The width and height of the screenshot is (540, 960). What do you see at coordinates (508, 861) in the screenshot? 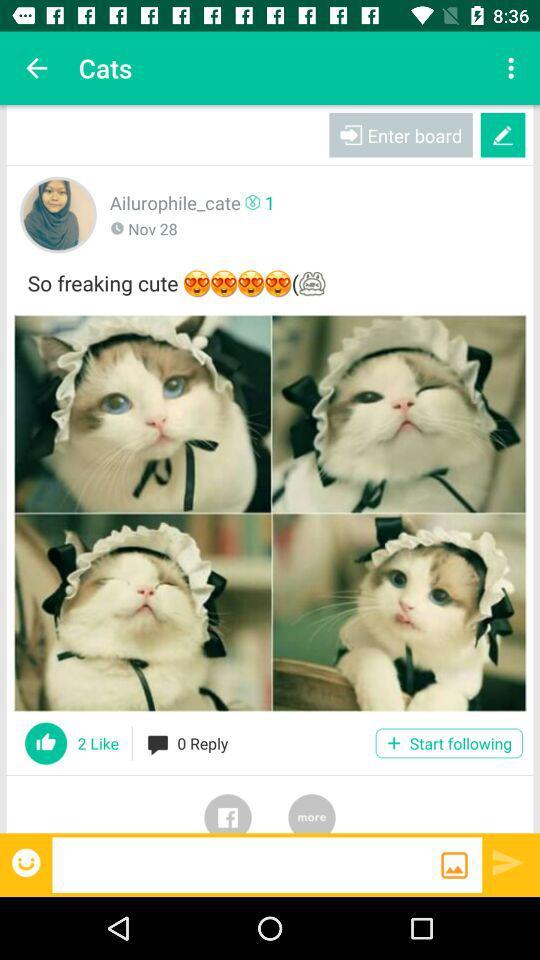
I see `it is the send button` at bounding box center [508, 861].